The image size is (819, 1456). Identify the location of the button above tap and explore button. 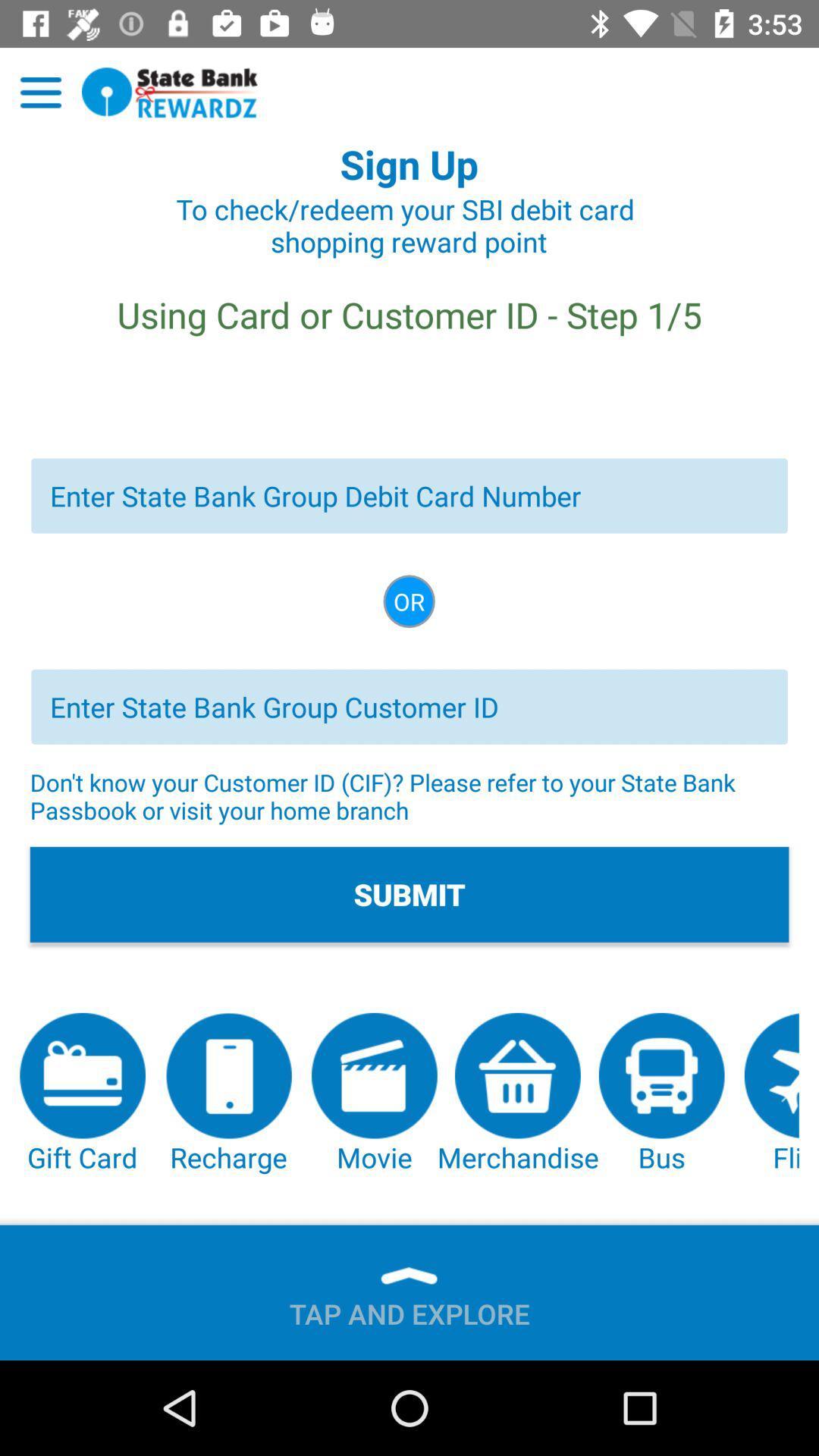
(517, 1094).